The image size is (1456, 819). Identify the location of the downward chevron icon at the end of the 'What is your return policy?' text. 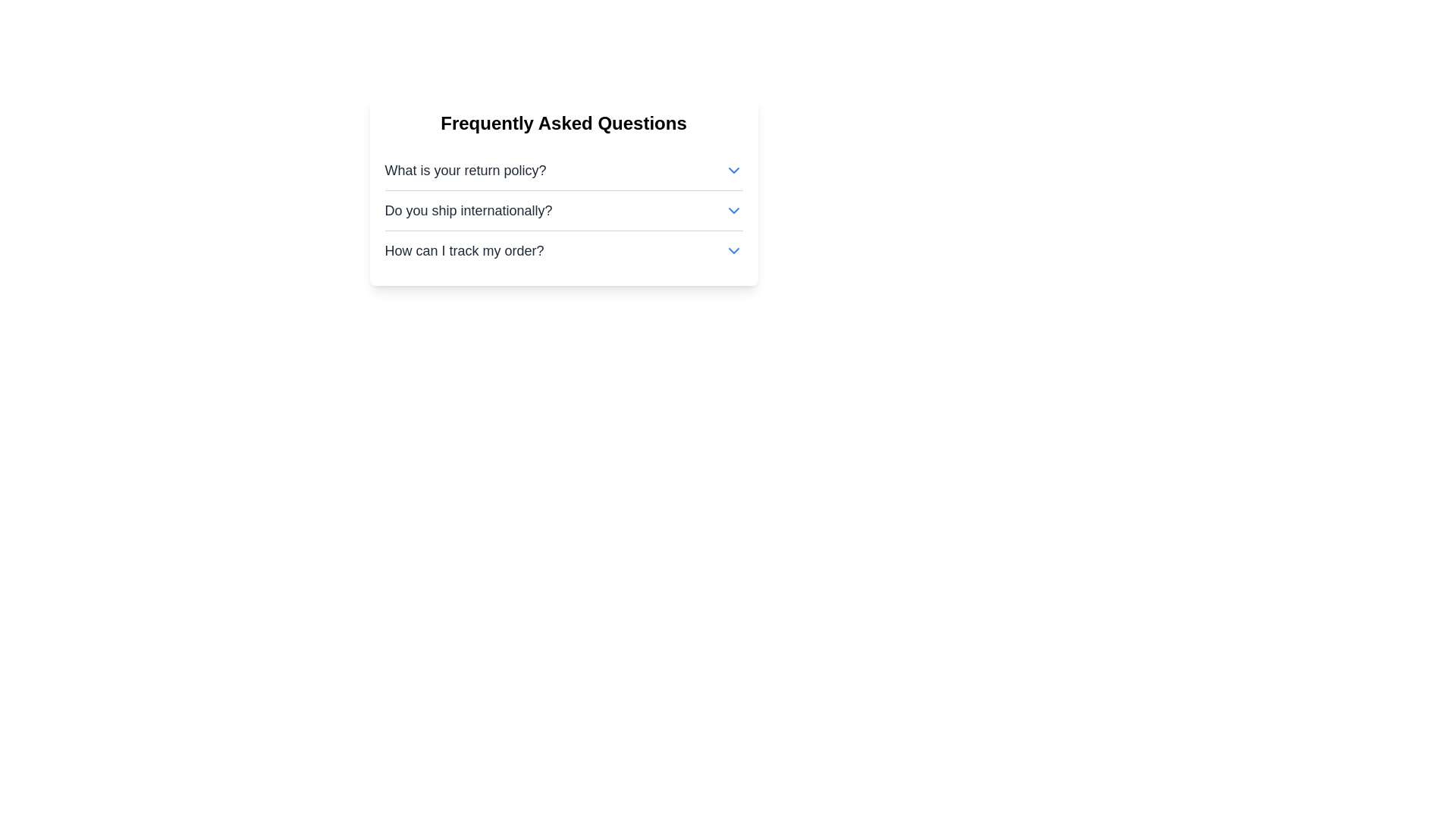
(733, 170).